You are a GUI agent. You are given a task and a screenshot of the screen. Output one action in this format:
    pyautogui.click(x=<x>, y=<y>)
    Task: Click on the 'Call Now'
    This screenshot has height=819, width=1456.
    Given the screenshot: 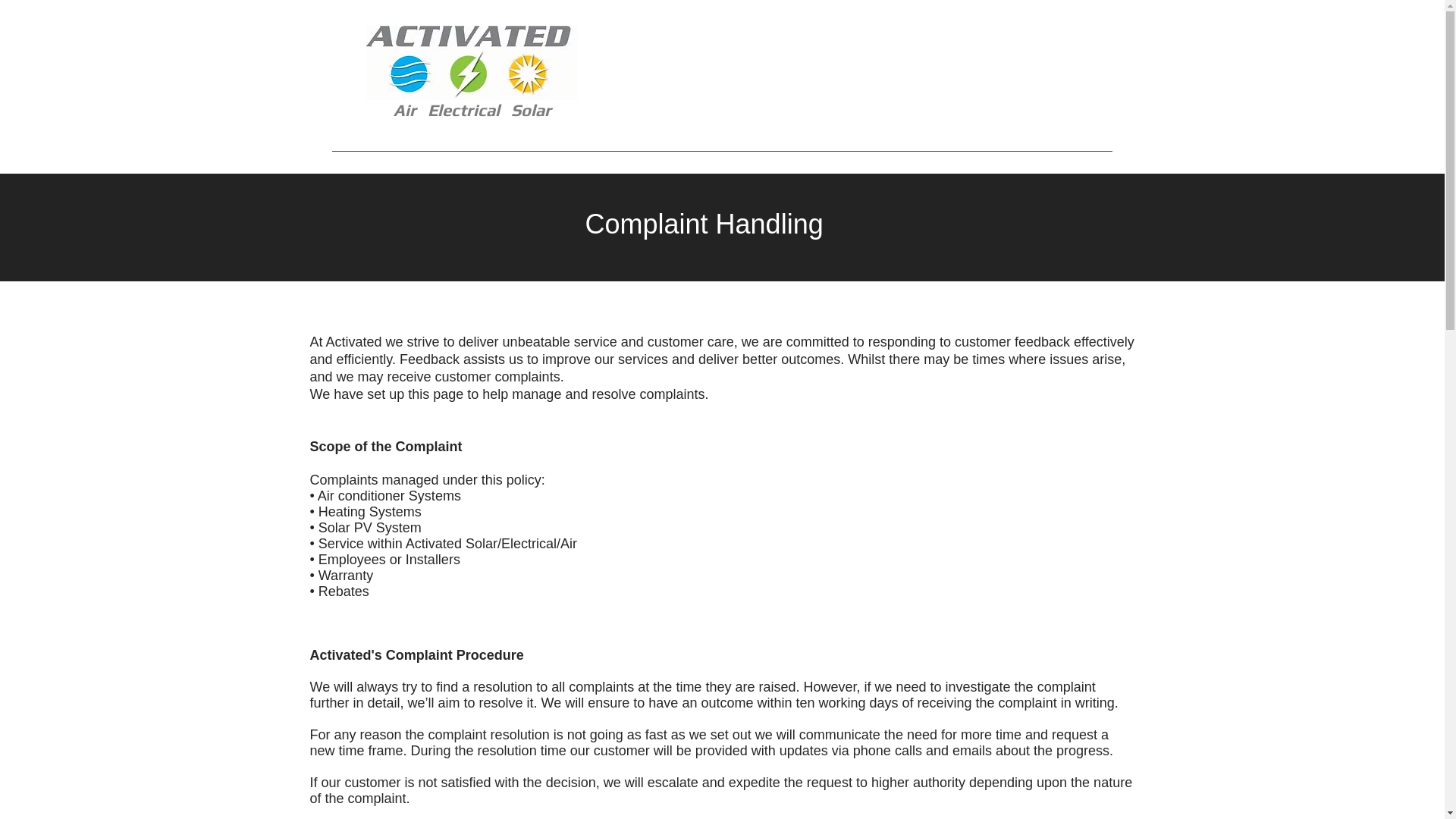 What is the action you would take?
    pyautogui.click(x=959, y=75)
    